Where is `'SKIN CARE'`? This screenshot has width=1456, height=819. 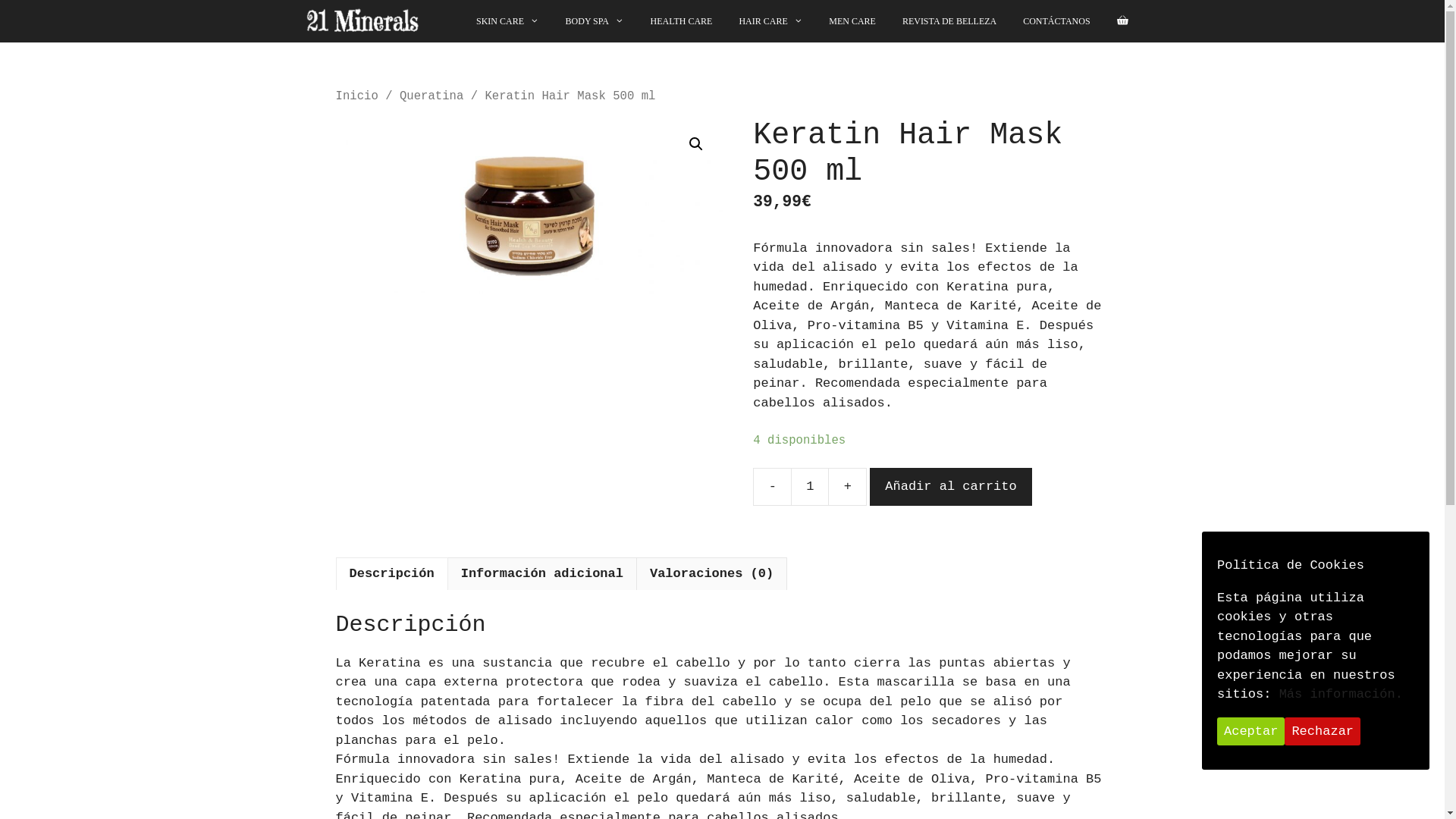 'SKIN CARE' is located at coordinates (464, 20).